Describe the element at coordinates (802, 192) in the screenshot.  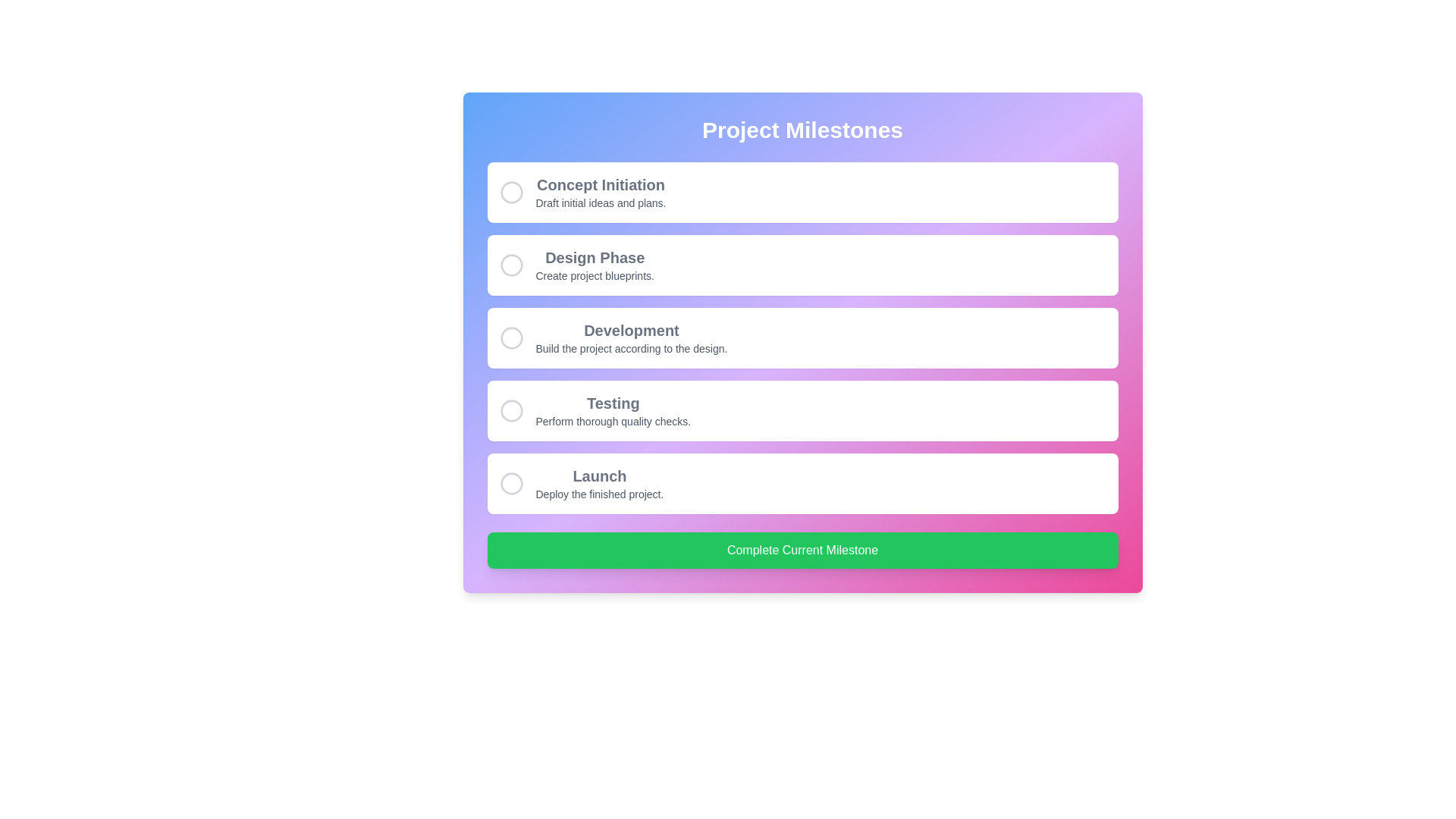
I see `the first list item representing the concept initiation stage in the project milestone tracker` at that location.